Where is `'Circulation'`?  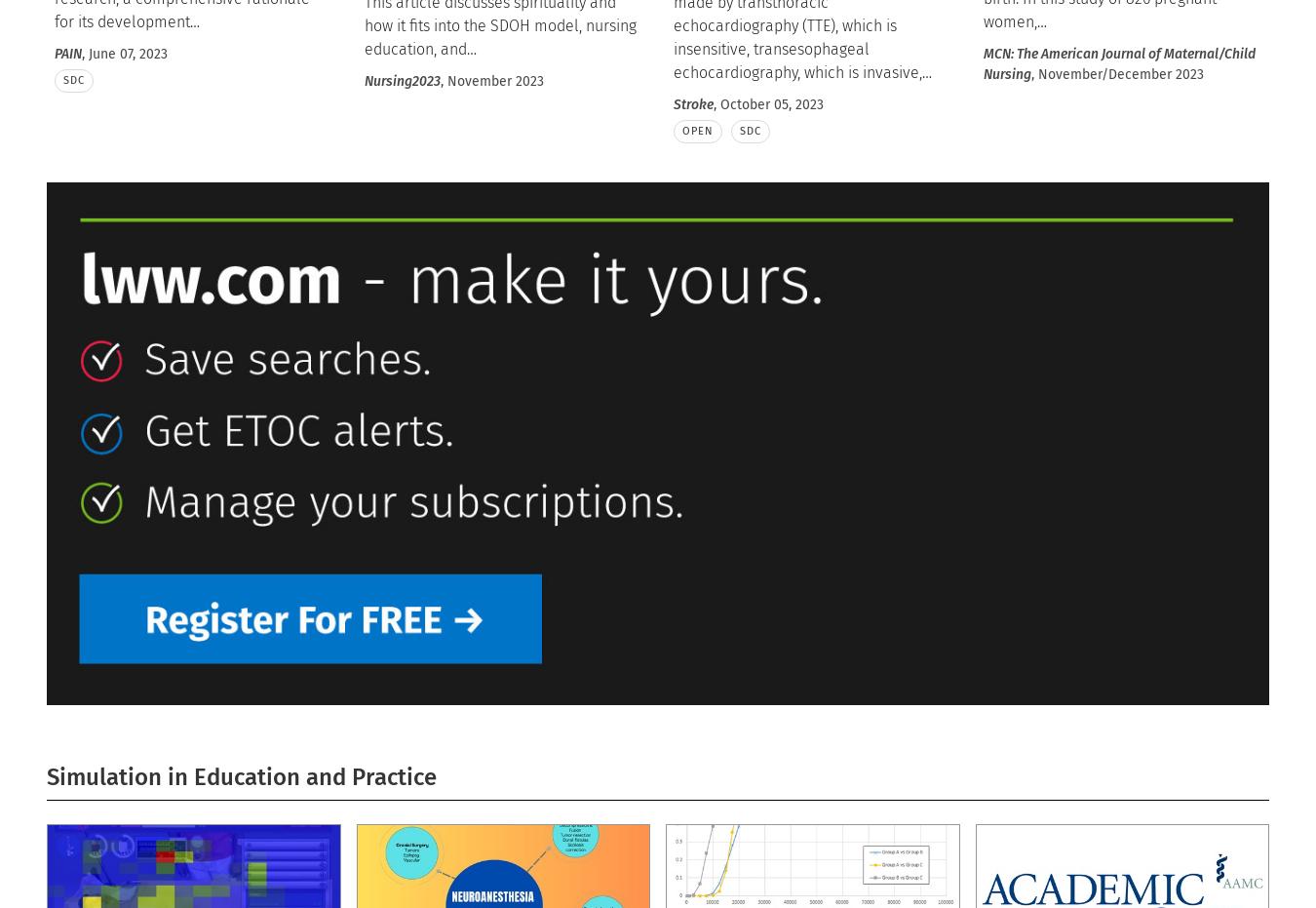
'Circulation' is located at coordinates (79, 190).